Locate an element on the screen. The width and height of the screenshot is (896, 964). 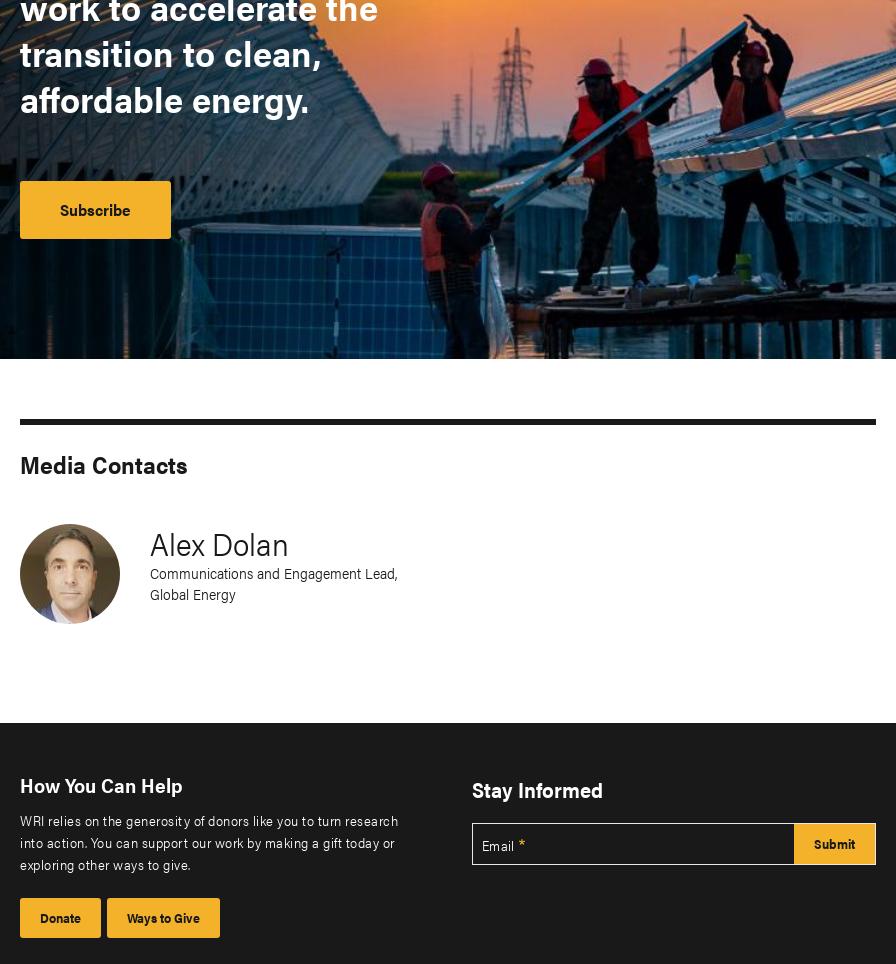
'Email' is located at coordinates (497, 842).